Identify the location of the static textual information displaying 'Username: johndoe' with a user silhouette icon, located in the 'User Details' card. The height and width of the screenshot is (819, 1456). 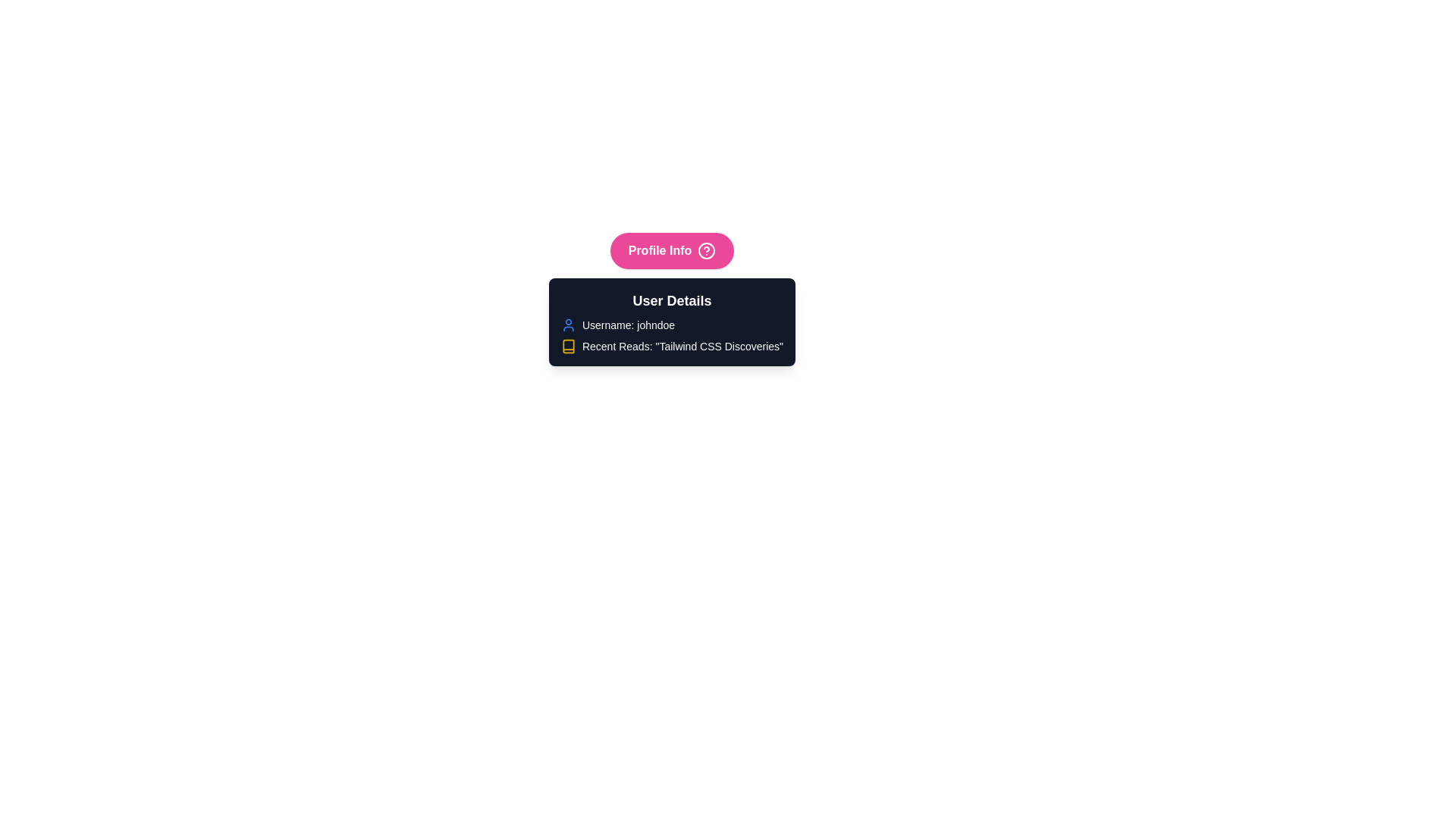
(671, 324).